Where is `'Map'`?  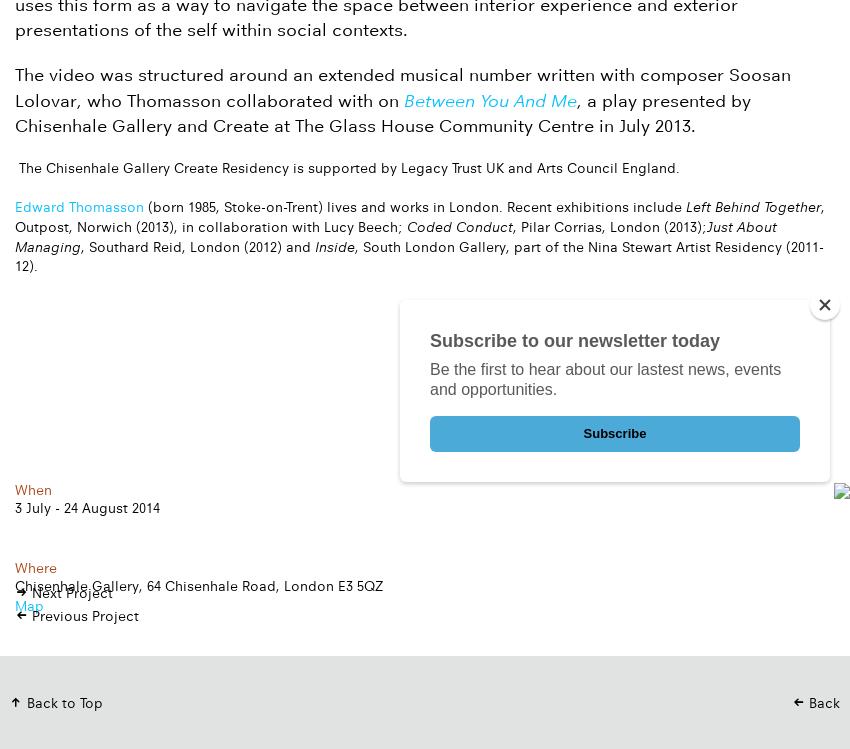
'Map' is located at coordinates (13, 603).